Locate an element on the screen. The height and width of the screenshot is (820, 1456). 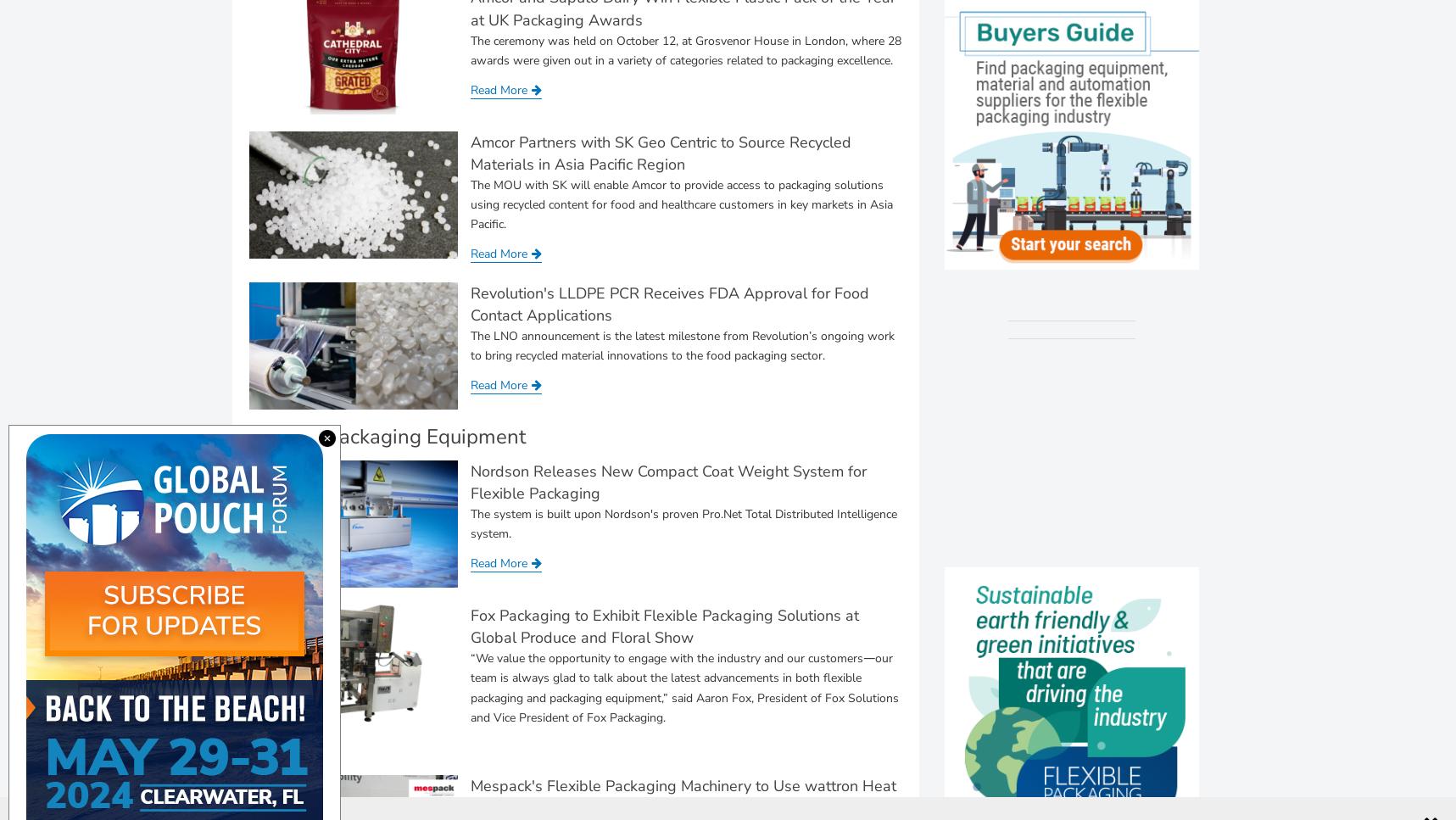
'Revolution's LLDPE PCR Receives FDA Approval for Food Contact Applications' is located at coordinates (470, 302).